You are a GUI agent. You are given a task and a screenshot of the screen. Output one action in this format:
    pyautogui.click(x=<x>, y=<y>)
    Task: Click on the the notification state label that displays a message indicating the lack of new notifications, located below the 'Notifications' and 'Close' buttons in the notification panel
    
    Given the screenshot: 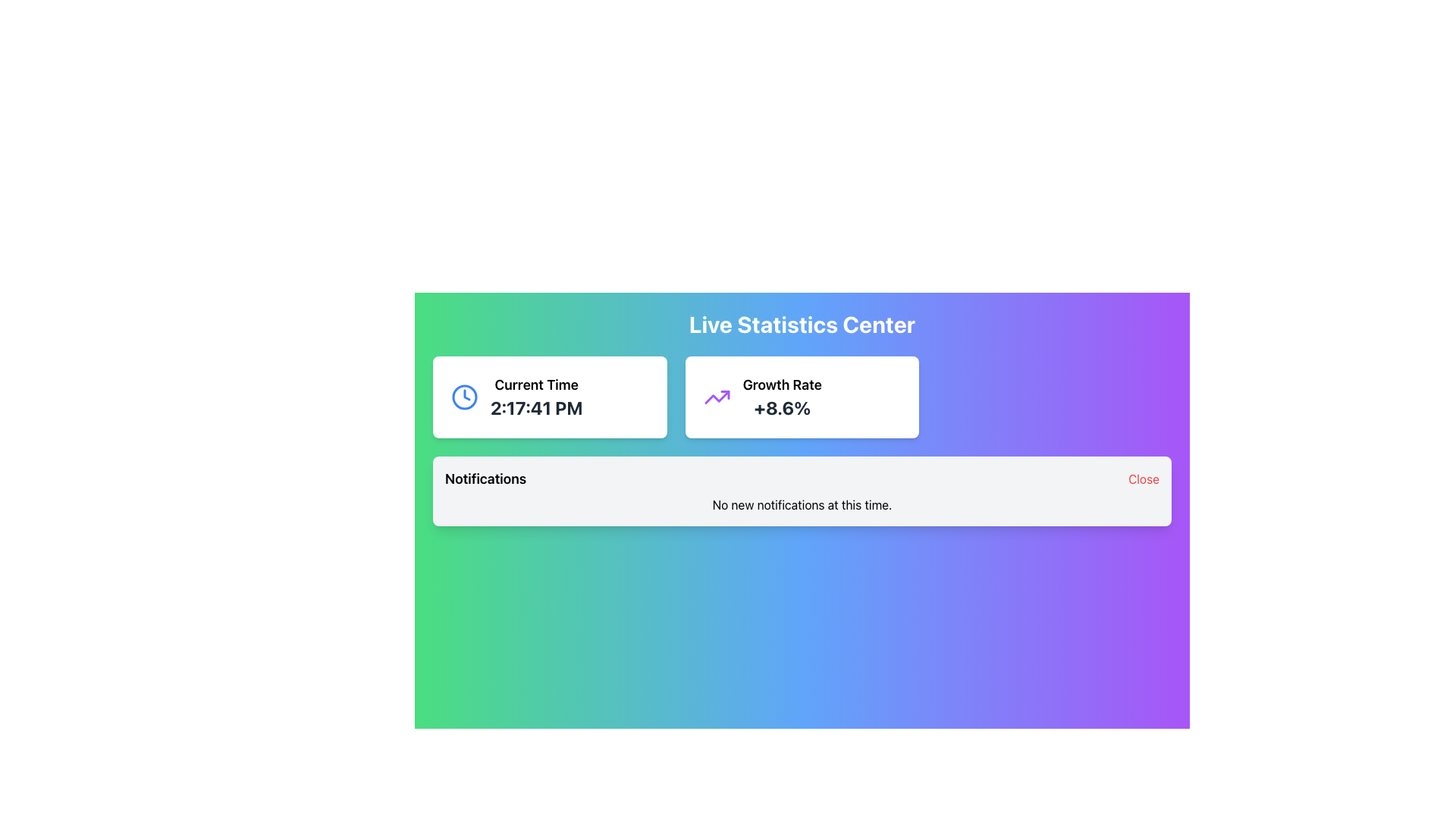 What is the action you would take?
    pyautogui.click(x=801, y=505)
    